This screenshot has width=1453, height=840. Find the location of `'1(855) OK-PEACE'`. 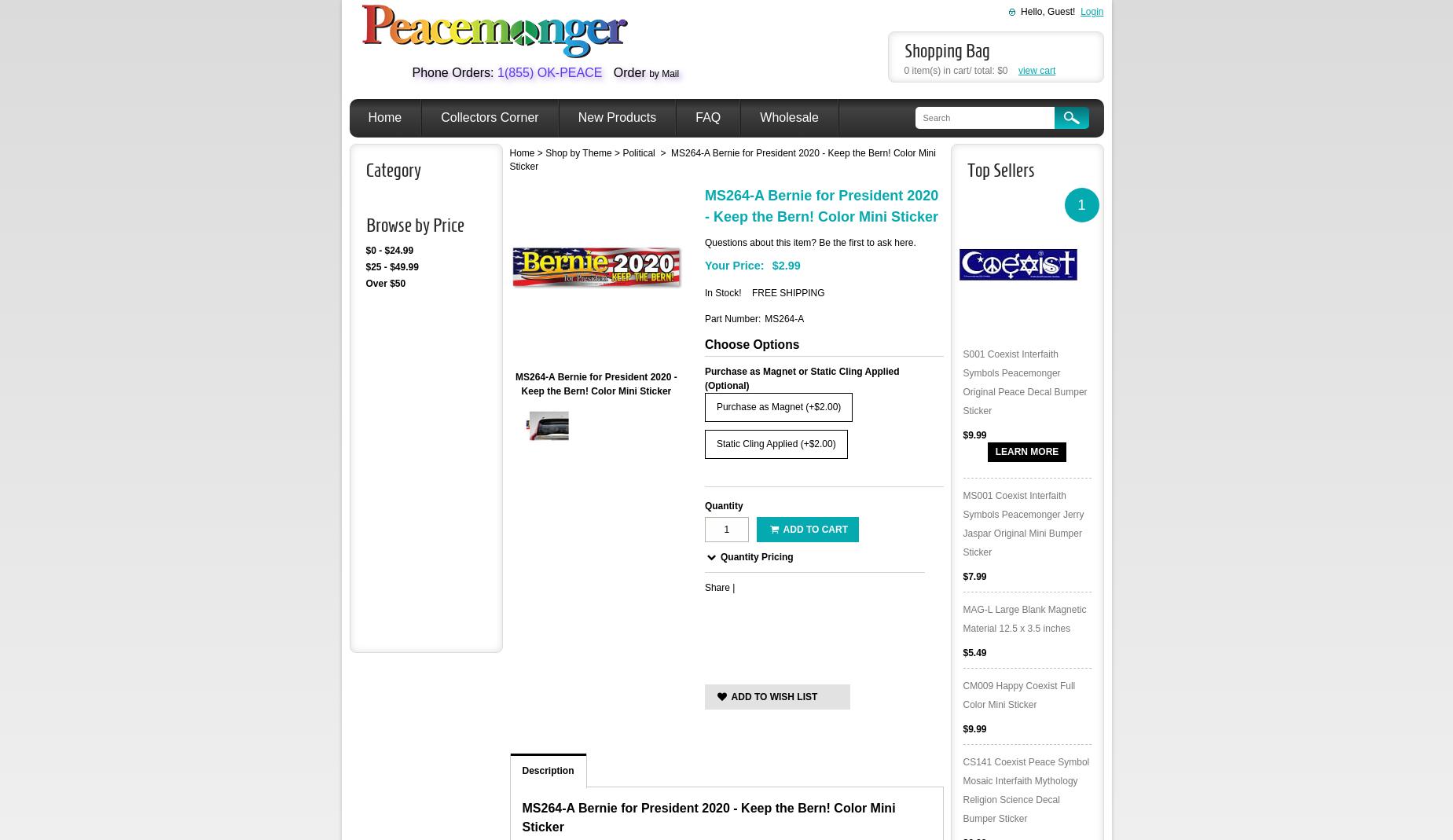

'1(855) OK-PEACE' is located at coordinates (549, 71).